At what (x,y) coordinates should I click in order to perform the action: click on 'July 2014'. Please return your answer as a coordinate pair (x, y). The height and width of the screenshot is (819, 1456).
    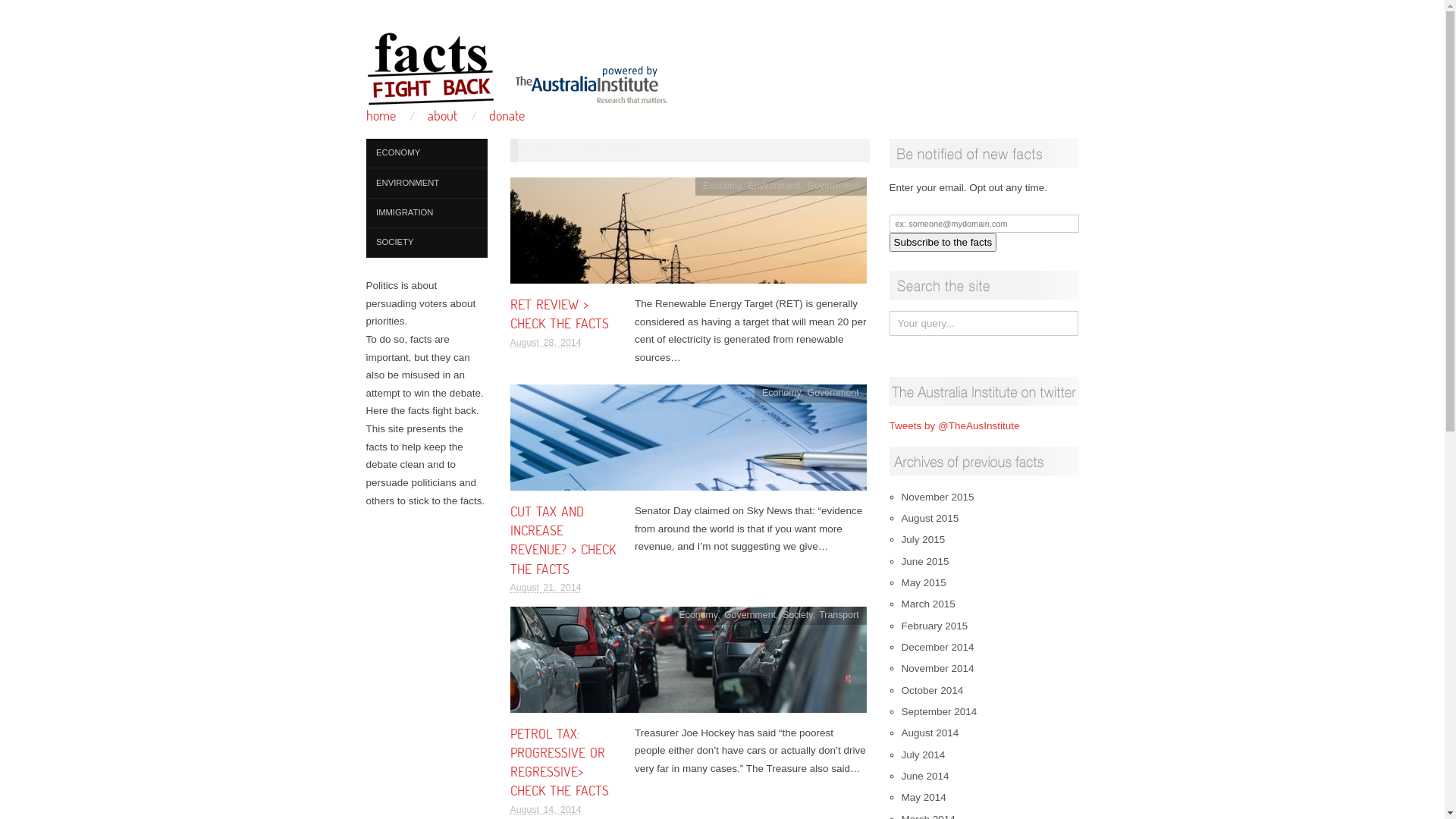
    Looking at the image, I should click on (922, 755).